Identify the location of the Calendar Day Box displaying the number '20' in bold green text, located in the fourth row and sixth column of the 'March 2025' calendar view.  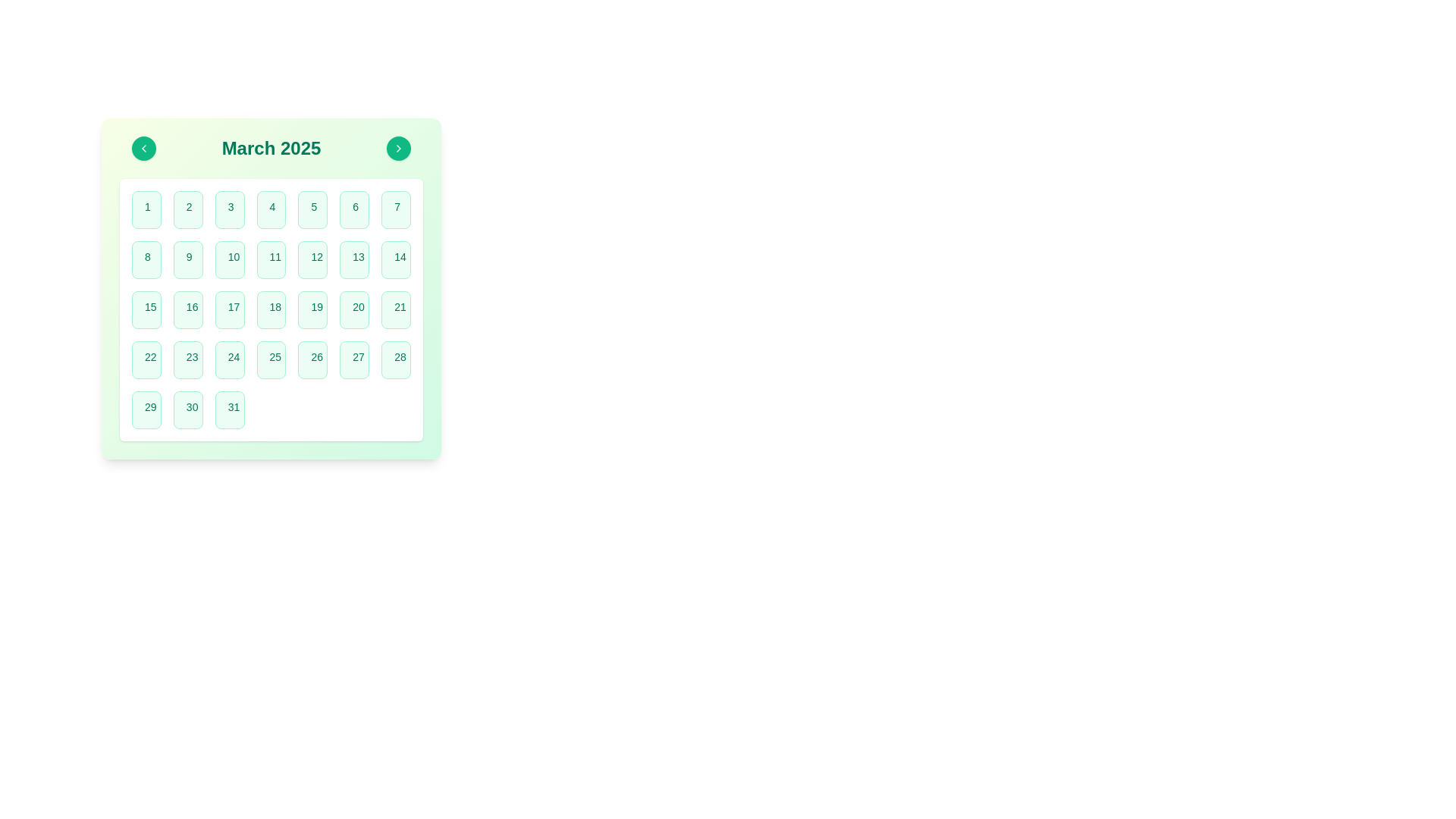
(353, 309).